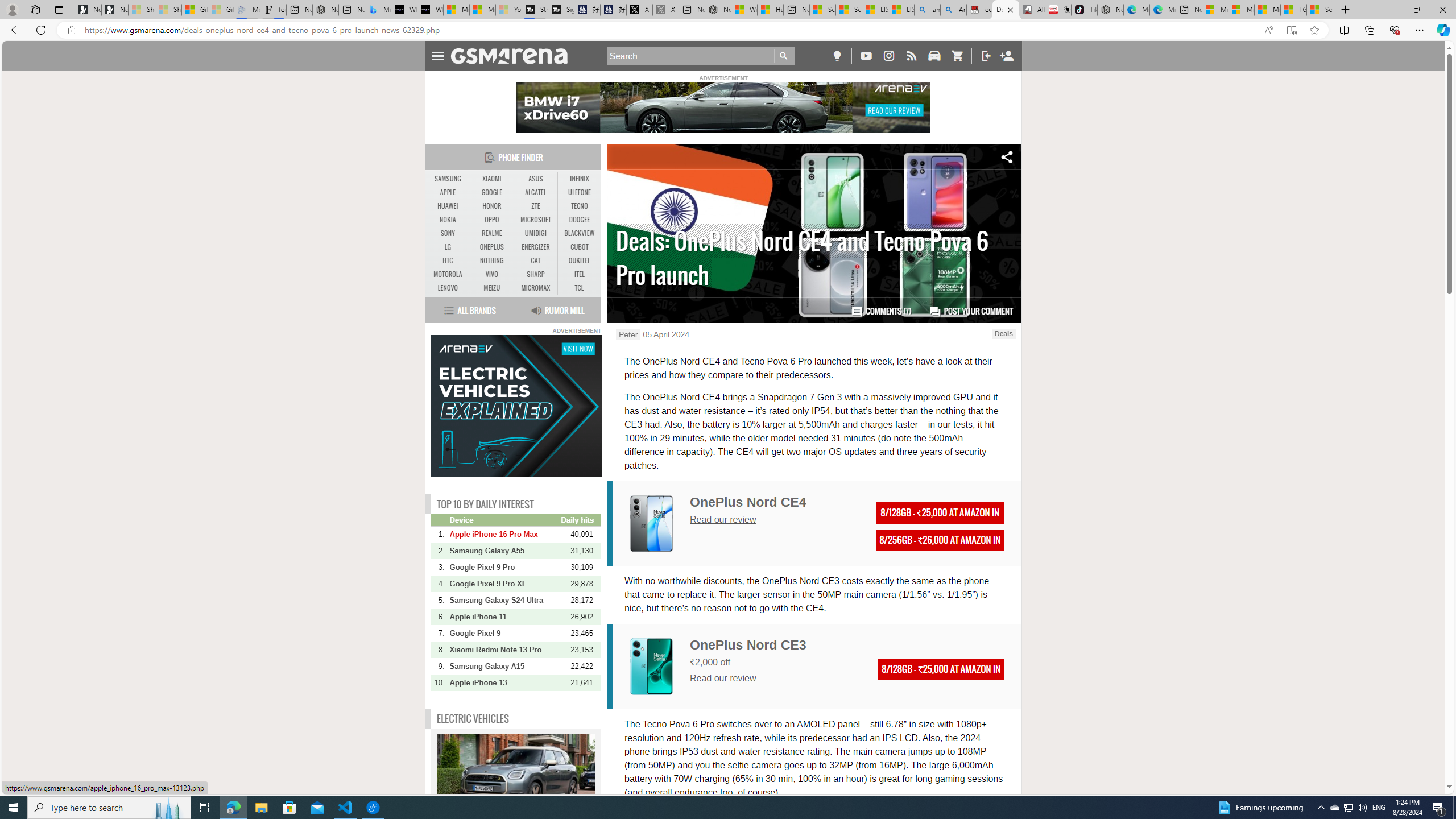 This screenshot has width=1456, height=819. Describe the element at coordinates (448, 287) in the screenshot. I see `'LENOVO'` at that location.